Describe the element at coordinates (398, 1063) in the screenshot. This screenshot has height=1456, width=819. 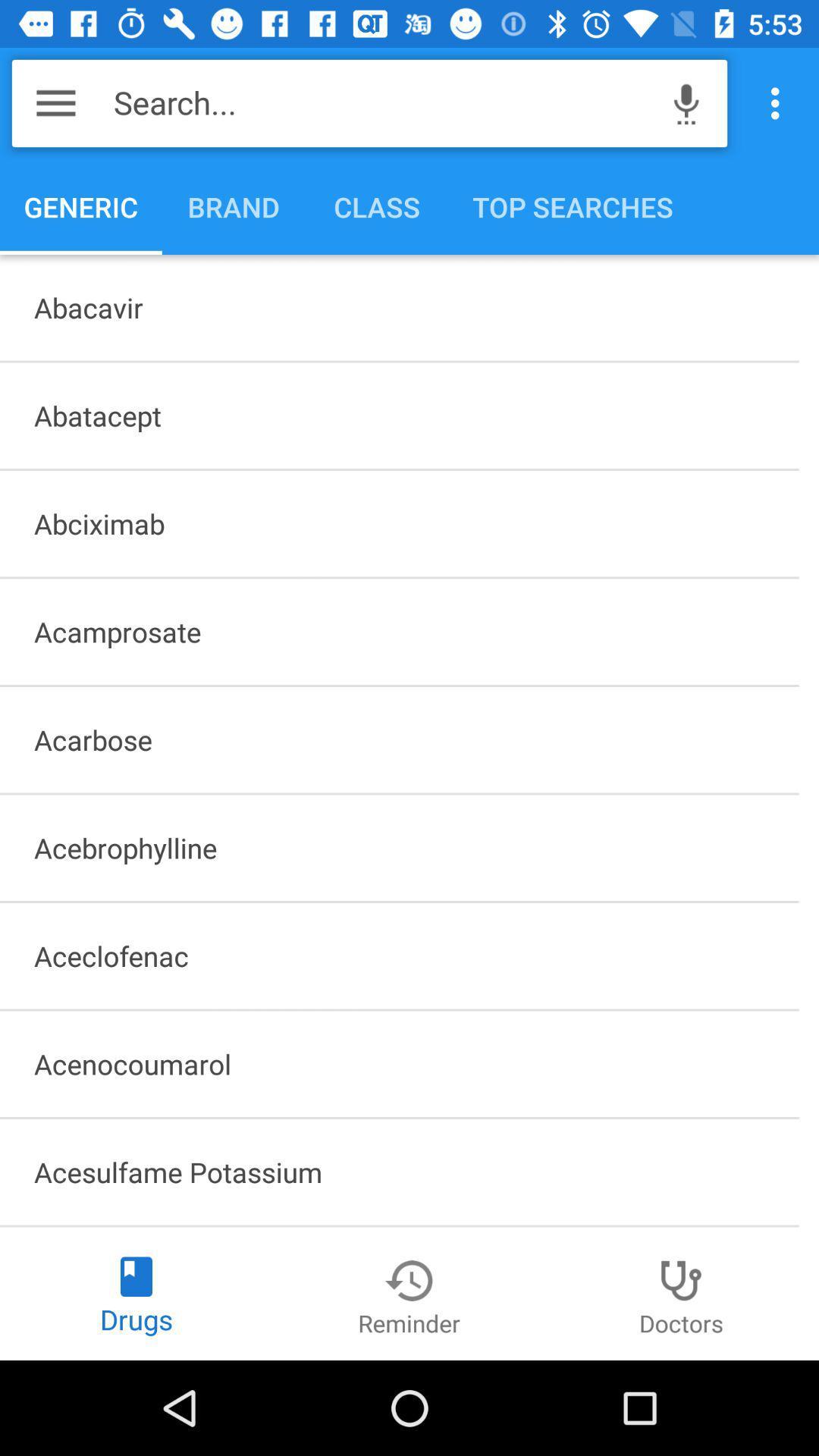
I see `item above acesulfame potassium icon` at that location.